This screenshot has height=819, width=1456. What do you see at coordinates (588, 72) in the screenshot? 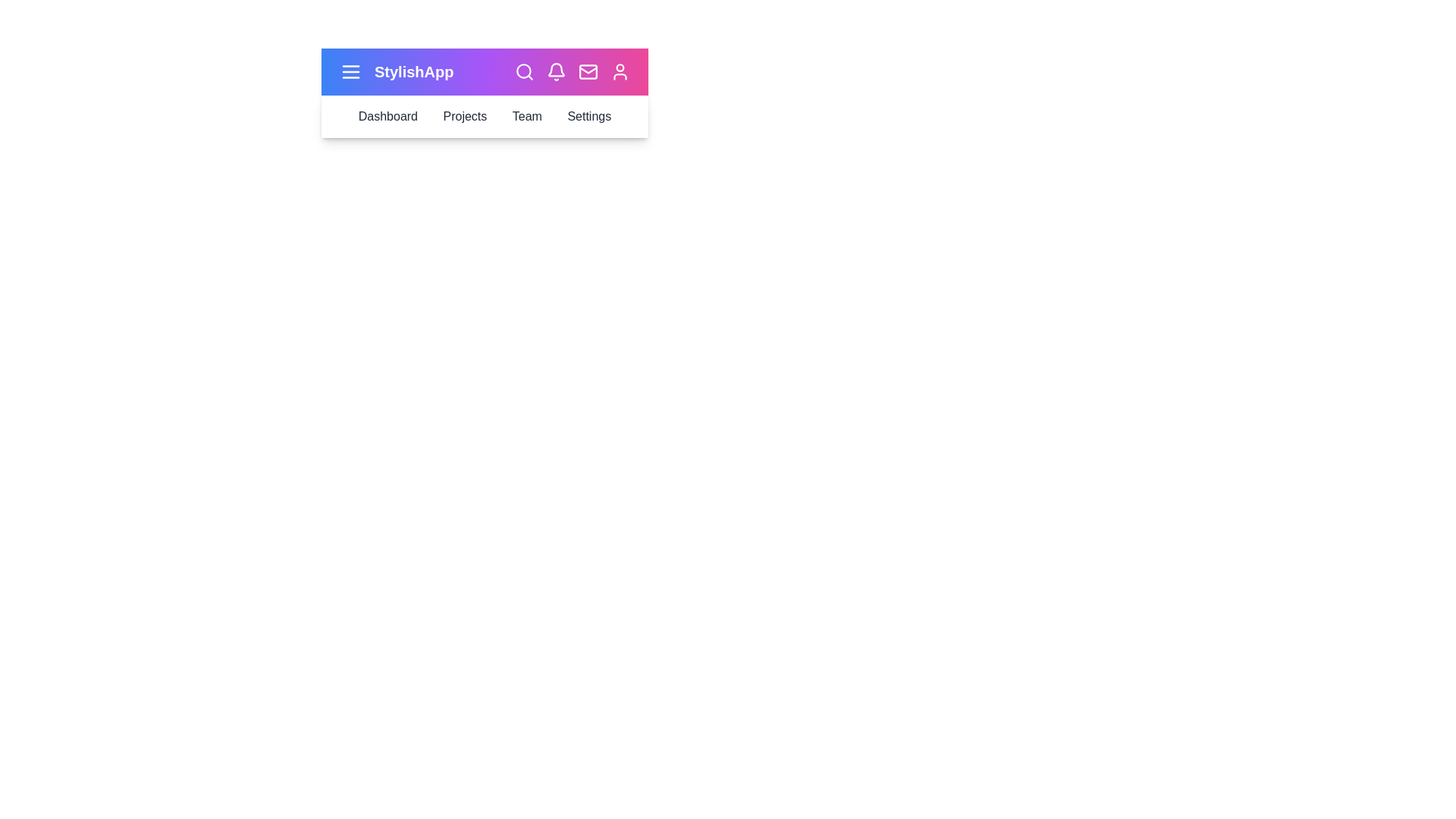
I see `the mail icon to access messages` at bounding box center [588, 72].